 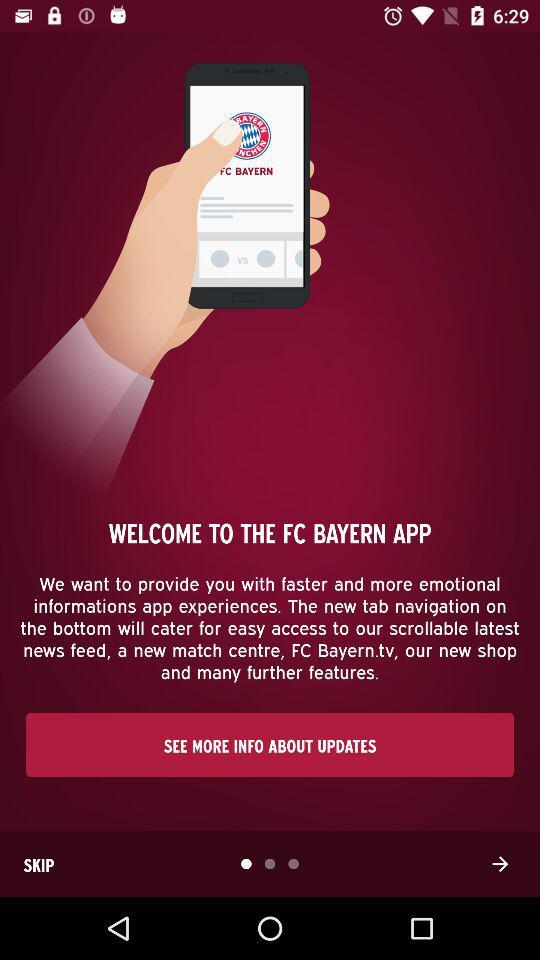 What do you see at coordinates (38, 863) in the screenshot?
I see `skip item` at bounding box center [38, 863].